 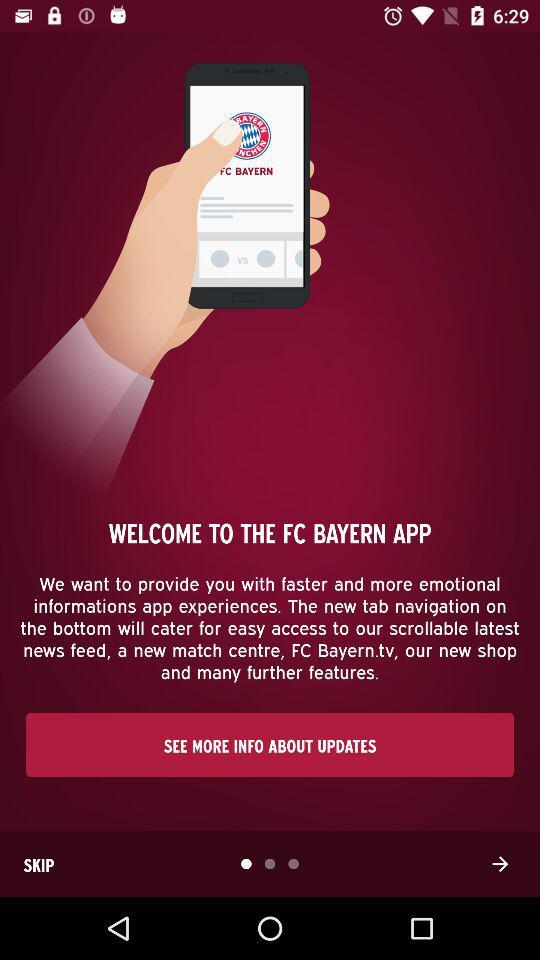 What do you see at coordinates (38, 863) in the screenshot?
I see `skip item` at bounding box center [38, 863].